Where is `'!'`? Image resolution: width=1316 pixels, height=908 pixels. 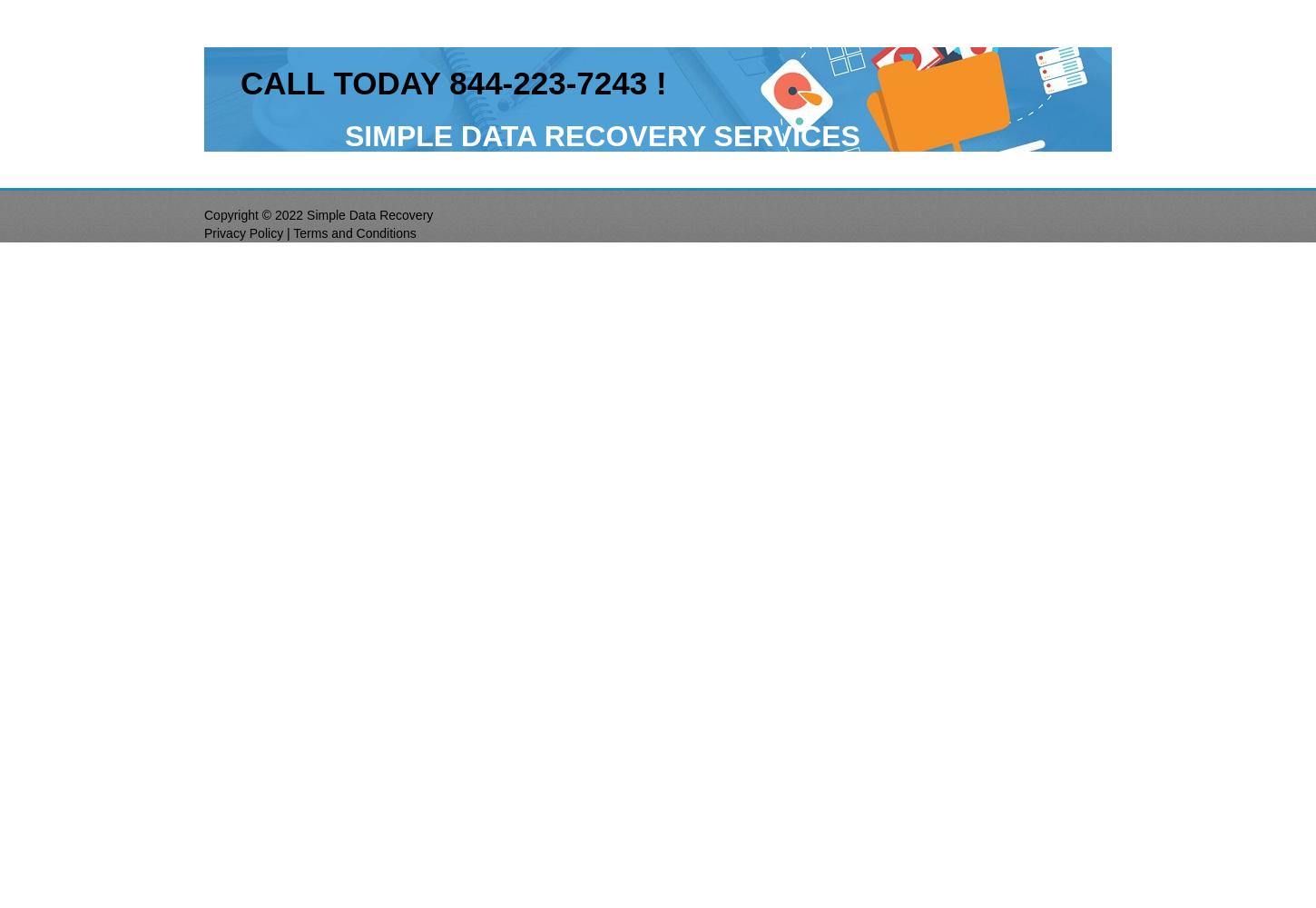
'!' is located at coordinates (653, 82).